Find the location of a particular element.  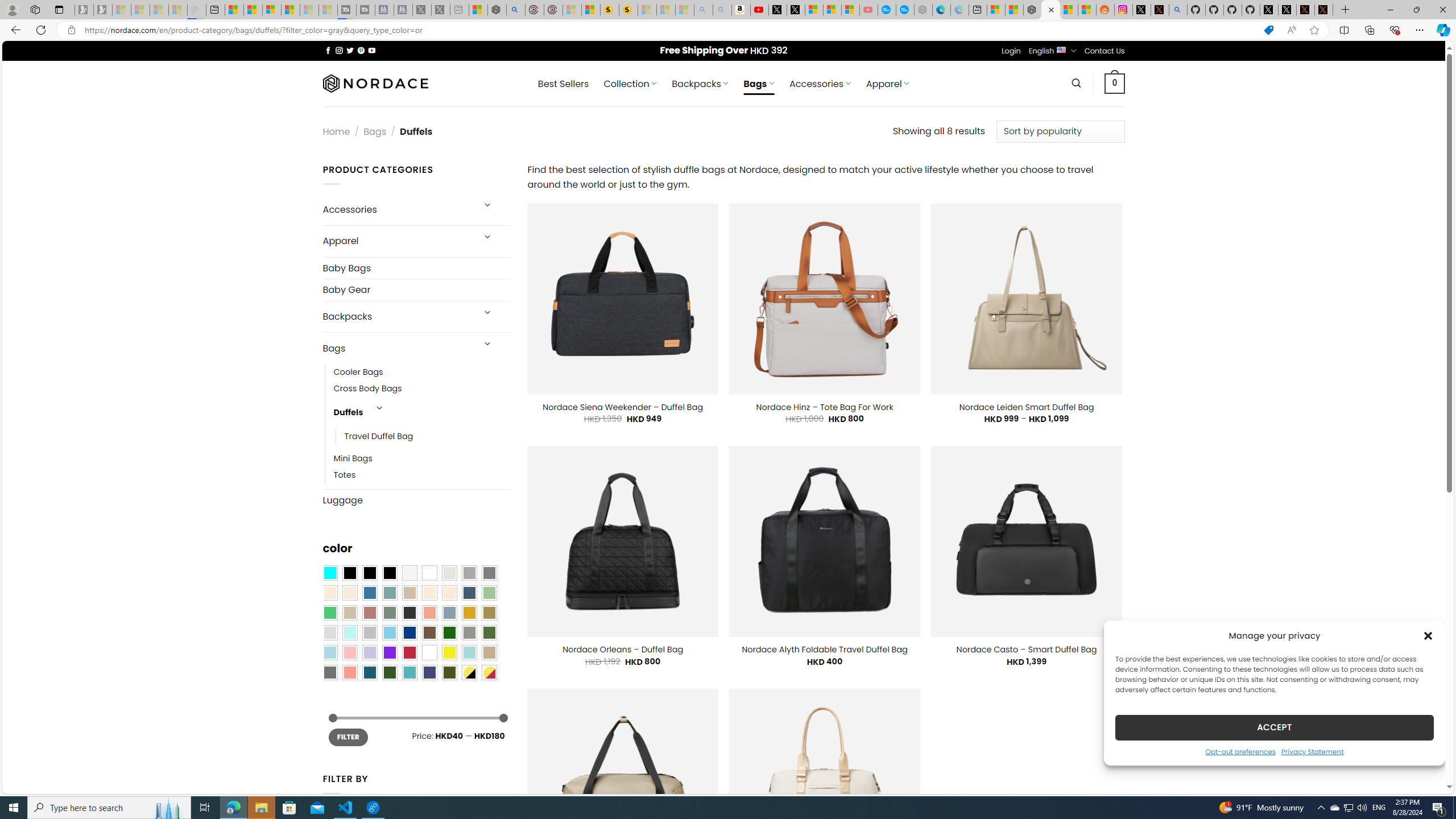

'Baby Gear' is located at coordinates (416, 289).